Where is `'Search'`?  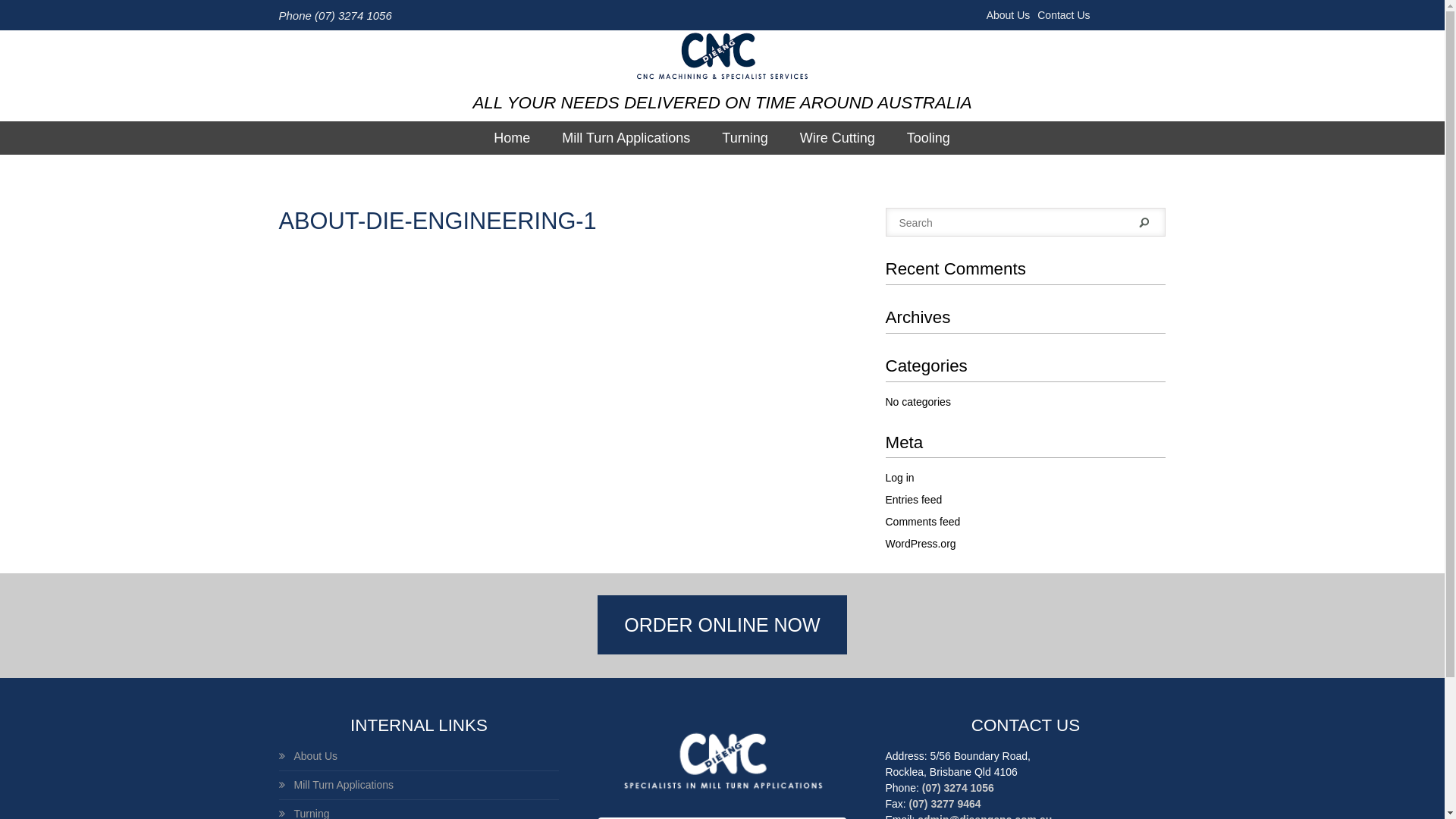
'Search' is located at coordinates (1144, 222).